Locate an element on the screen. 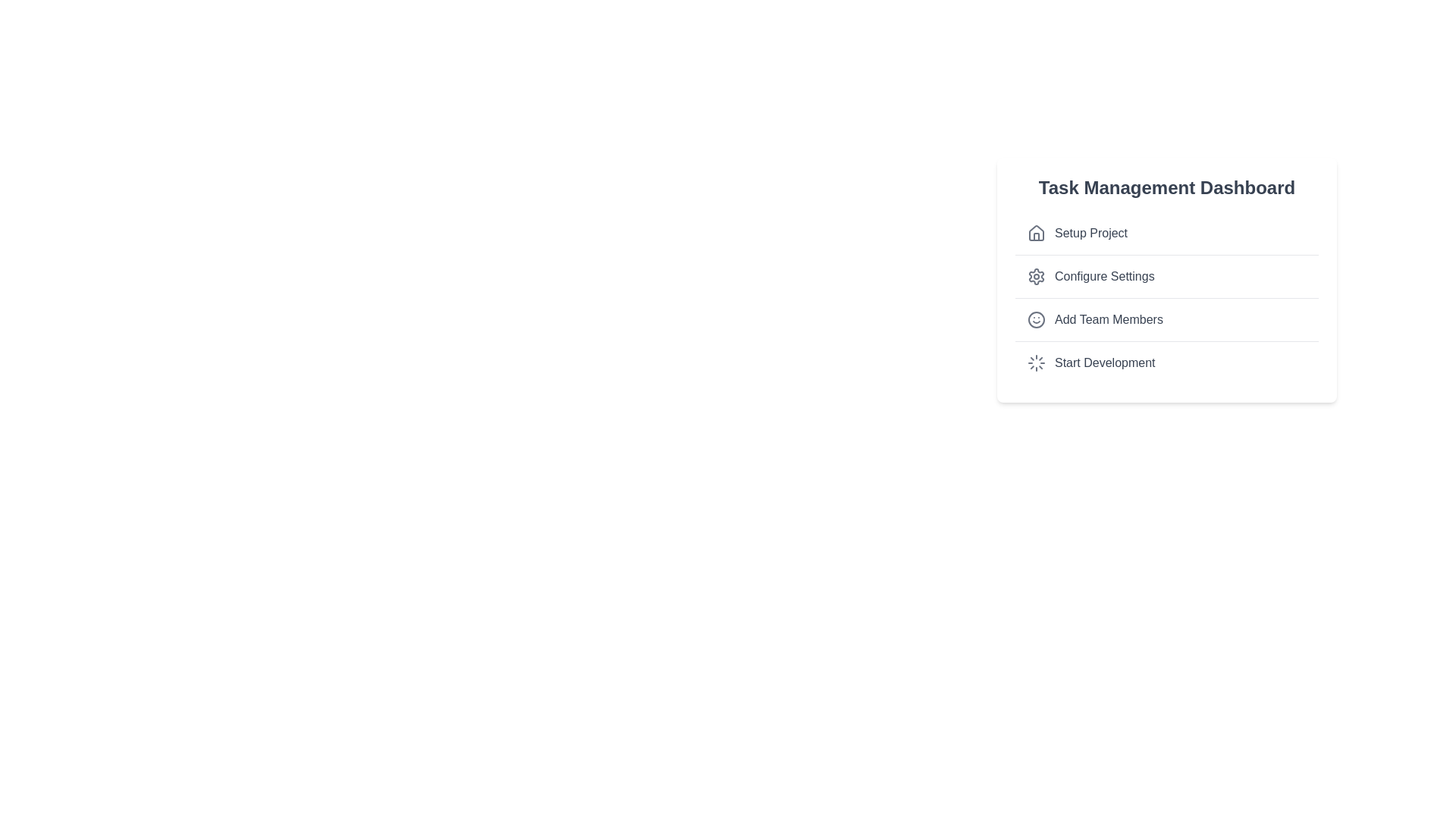 This screenshot has height=819, width=1456. the settings gear icon located to the left of the 'Configure Settings' text in the interface is located at coordinates (1036, 277).